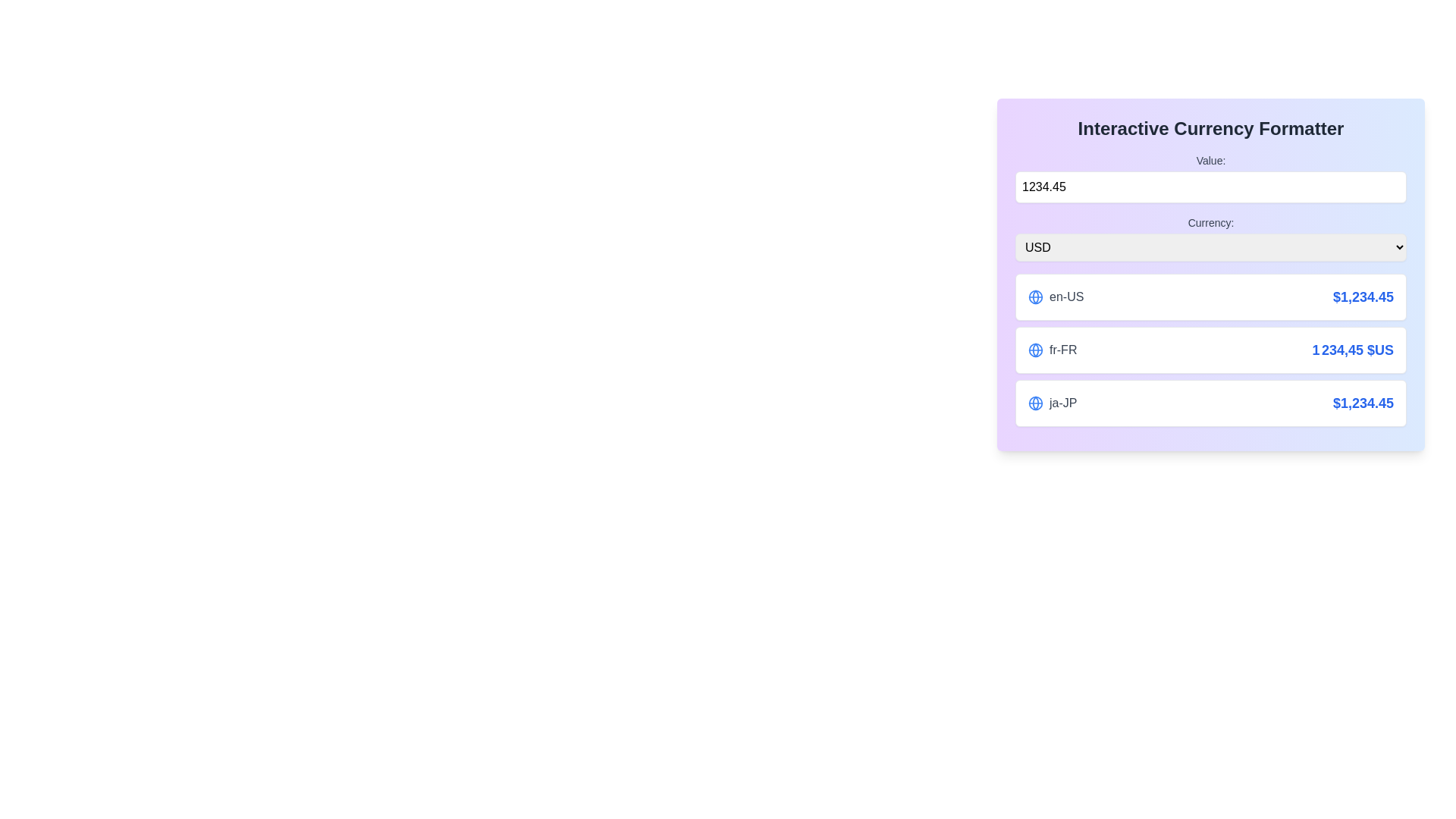 The height and width of the screenshot is (819, 1456). Describe the element at coordinates (1035, 403) in the screenshot. I see `or tab to the language setting icon located to the left of the 'ja-JP' text in the third list item of the language-region options` at that location.